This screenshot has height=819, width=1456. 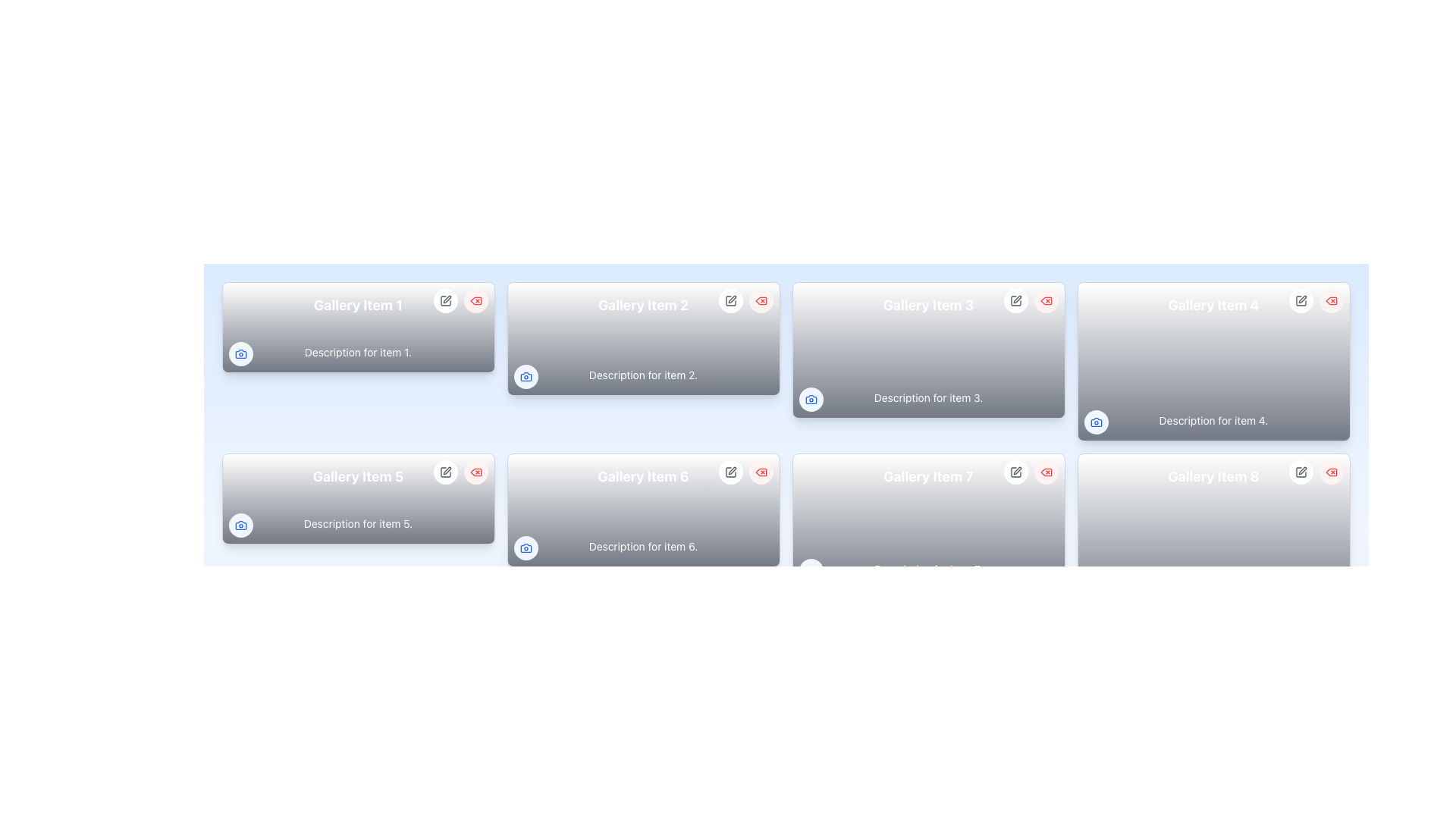 What do you see at coordinates (1330, 472) in the screenshot?
I see `the leftward-pointing arrow SVG icon located in the upper-right corner of the gray card labeled 'Gallery Item 4'` at bounding box center [1330, 472].